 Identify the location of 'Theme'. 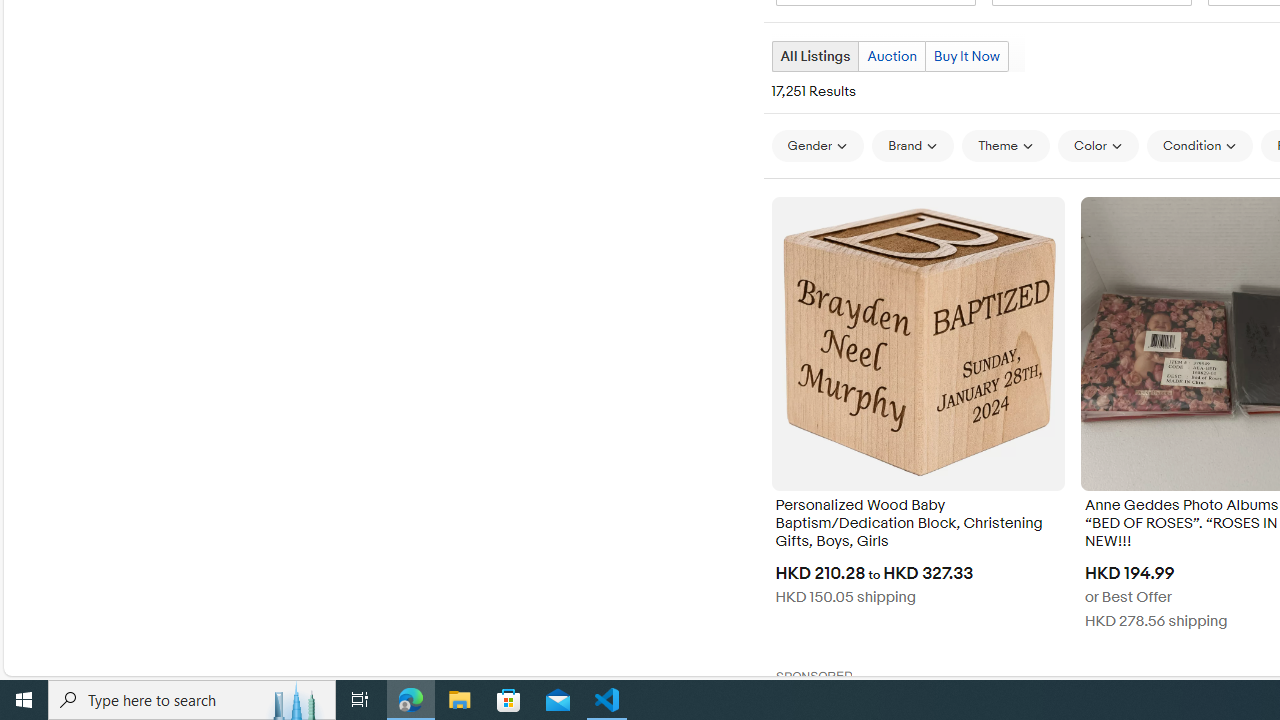
(1006, 144).